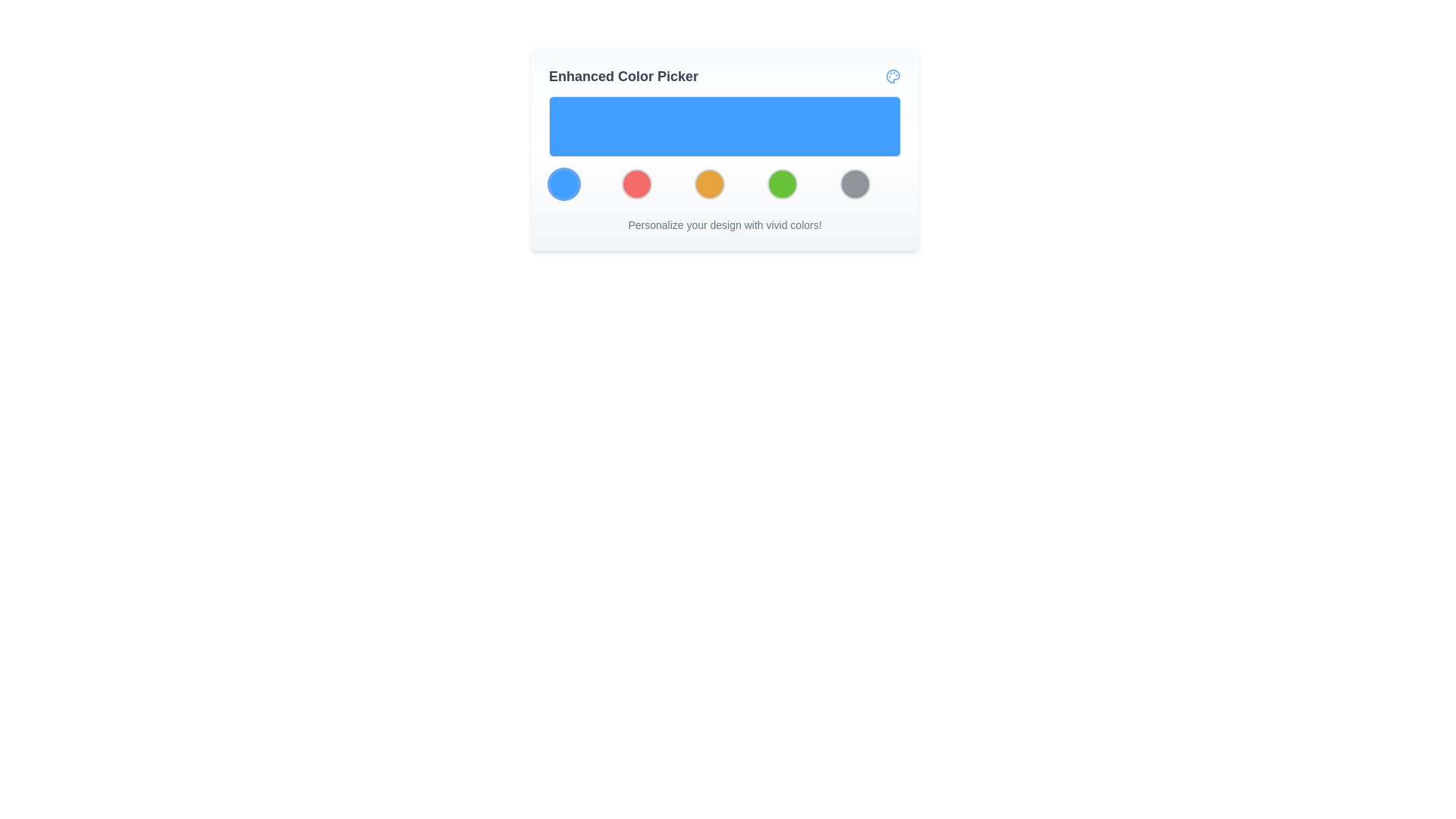  I want to click on the vibrant blue palette icon located in the top-right corner next to the 'Enhanced Color Picker' title, so click(893, 76).